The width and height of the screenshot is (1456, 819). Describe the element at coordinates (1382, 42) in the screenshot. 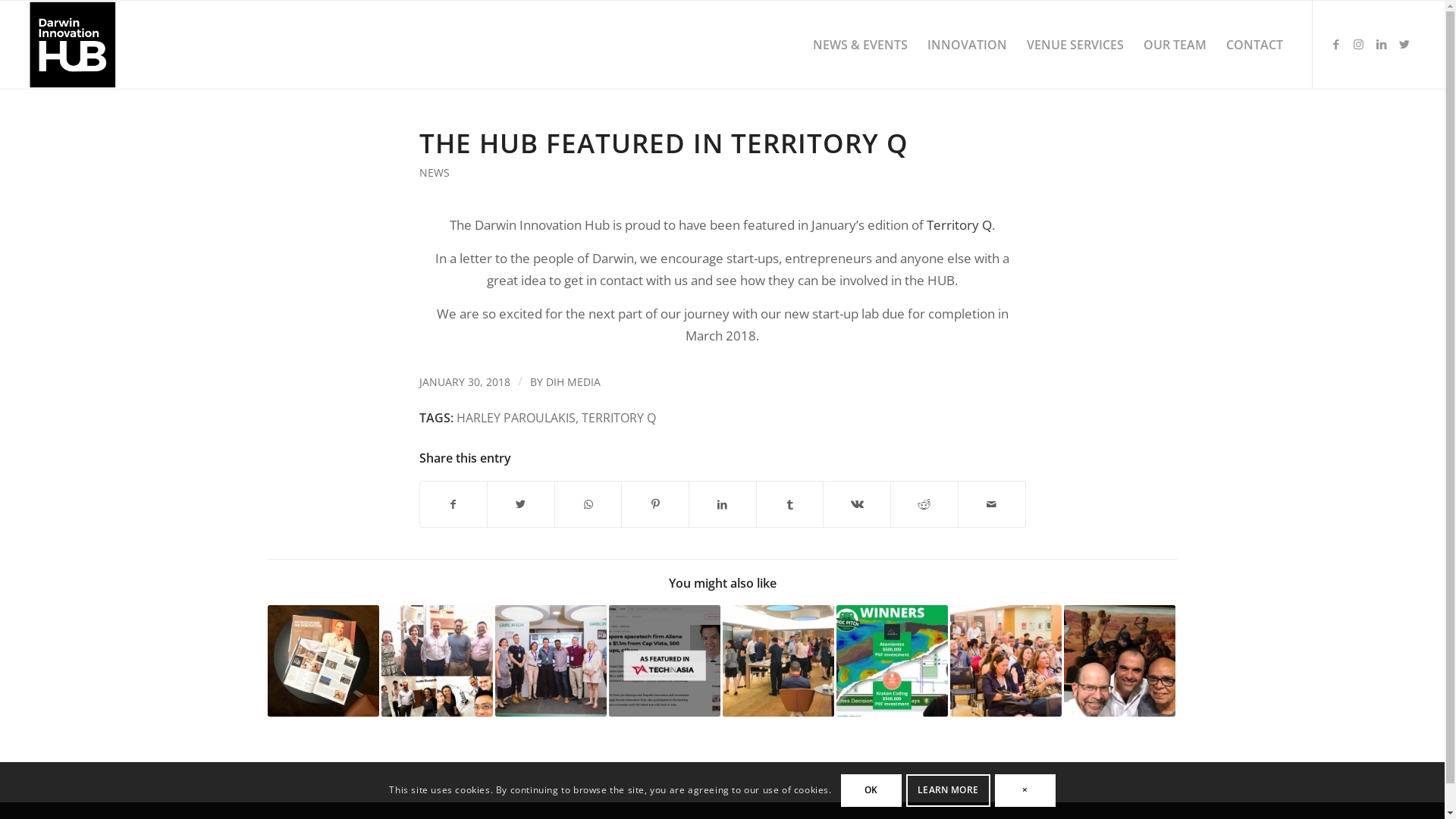

I see `'LinkedIn'` at that location.